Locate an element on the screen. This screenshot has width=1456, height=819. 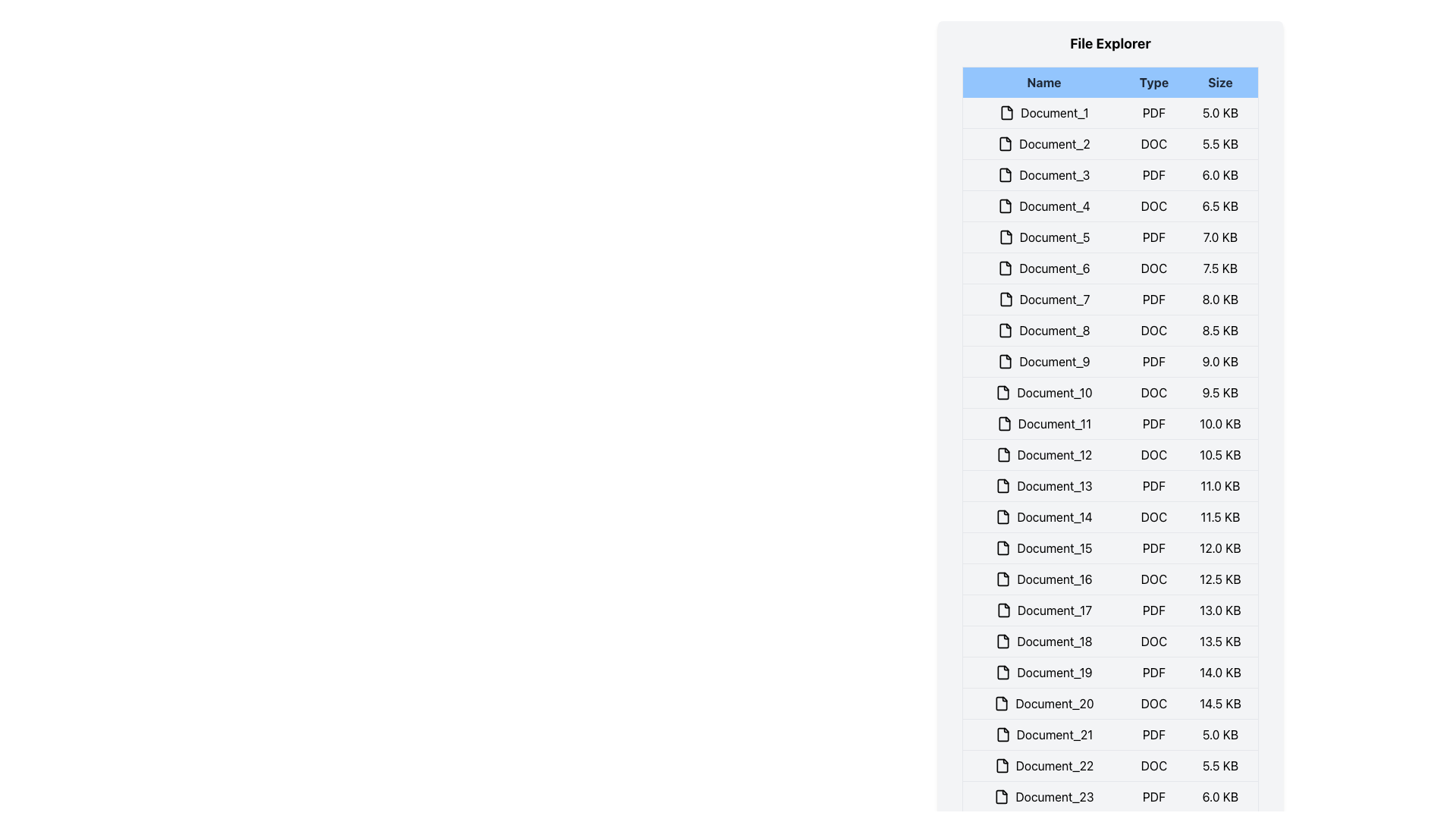
the file type icon representing 'Document_1', located at the leftmost section of the first row in the file explorer interface is located at coordinates (1007, 112).